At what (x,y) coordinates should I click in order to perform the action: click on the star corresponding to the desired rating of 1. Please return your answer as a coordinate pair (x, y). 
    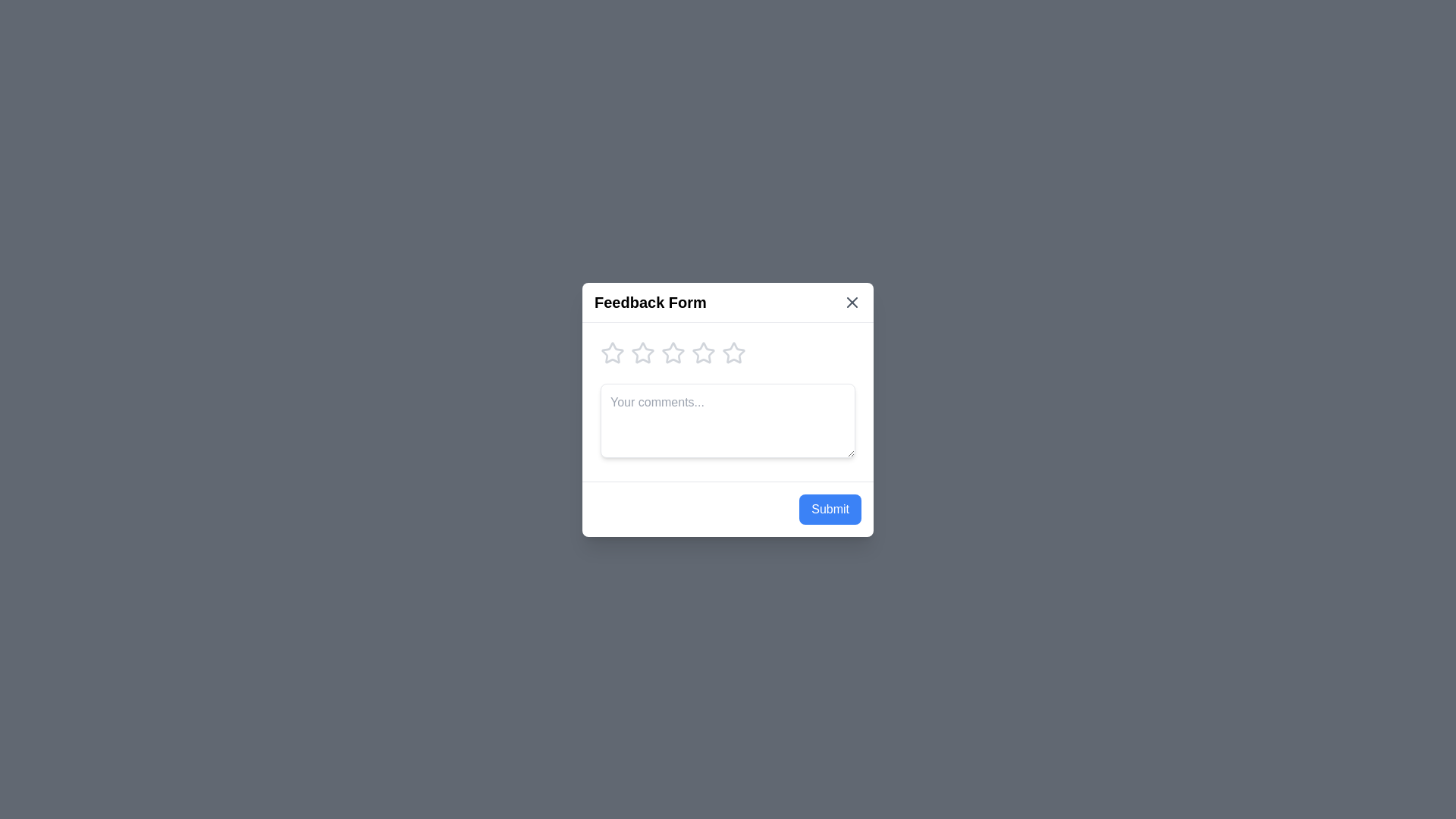
    Looking at the image, I should click on (612, 353).